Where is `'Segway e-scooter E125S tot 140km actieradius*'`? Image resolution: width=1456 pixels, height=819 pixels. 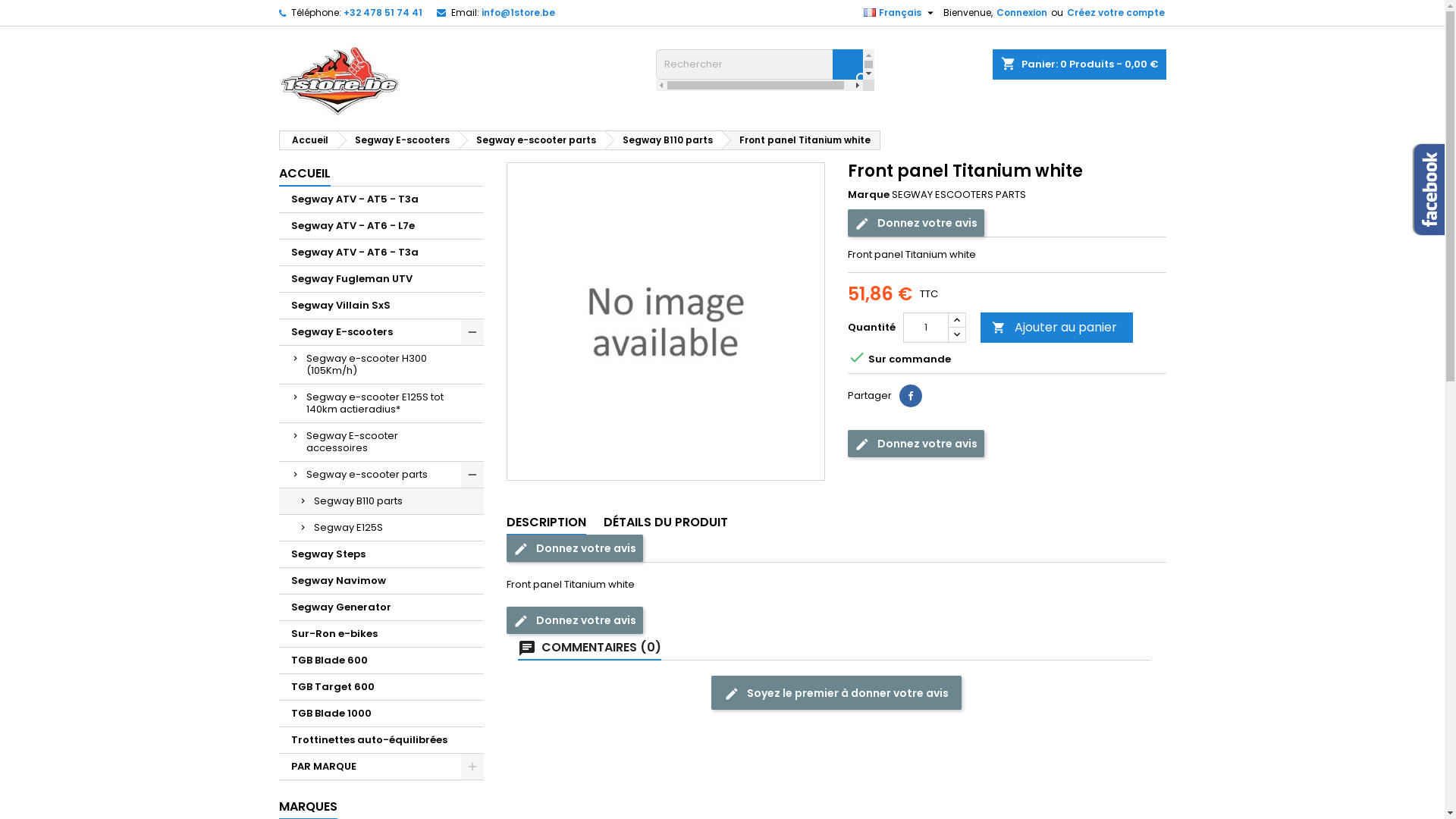 'Segway e-scooter E125S tot 140km actieradius*' is located at coordinates (381, 403).